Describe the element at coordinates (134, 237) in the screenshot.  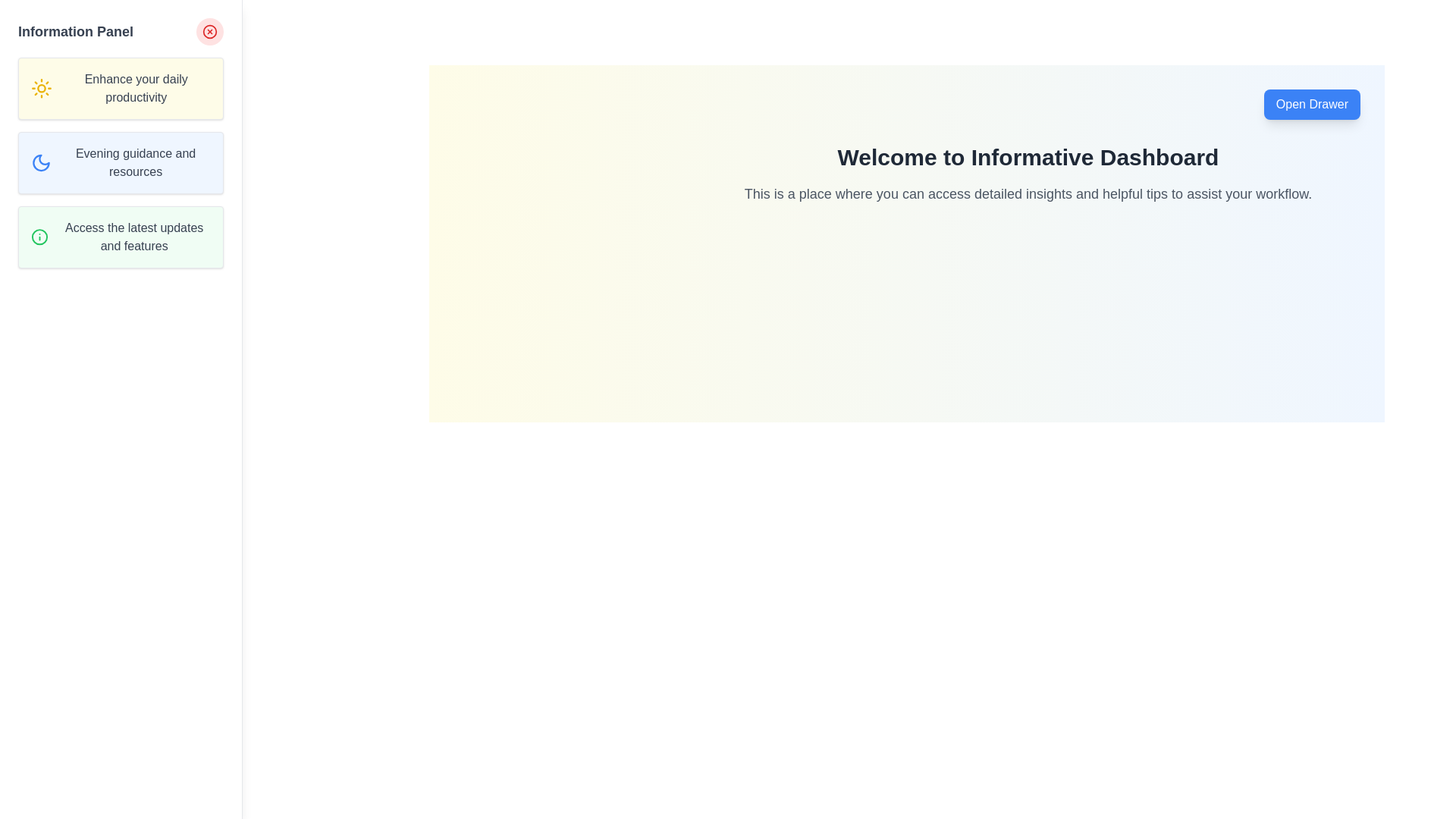
I see `the Static Text element displaying 'Access the latest updates and features' located in the third row of the sidebar within a light green background box` at that location.